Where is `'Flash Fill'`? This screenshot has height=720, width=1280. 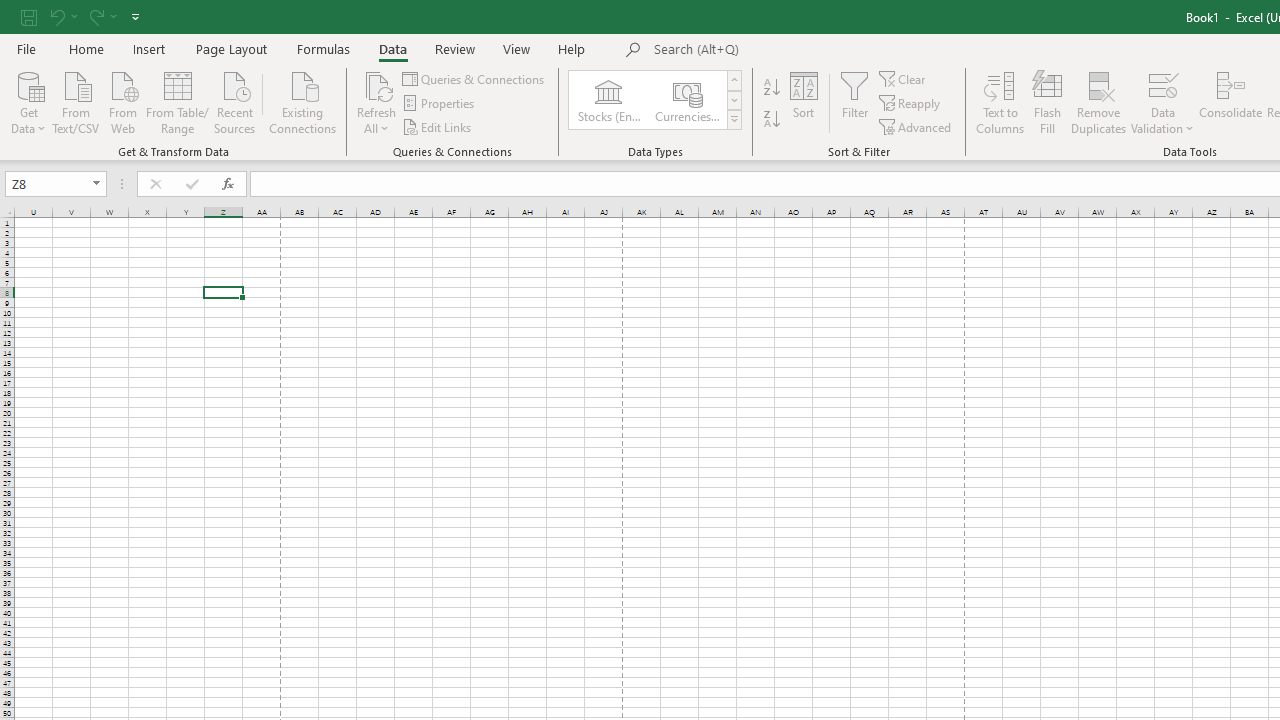 'Flash Fill' is located at coordinates (1046, 103).